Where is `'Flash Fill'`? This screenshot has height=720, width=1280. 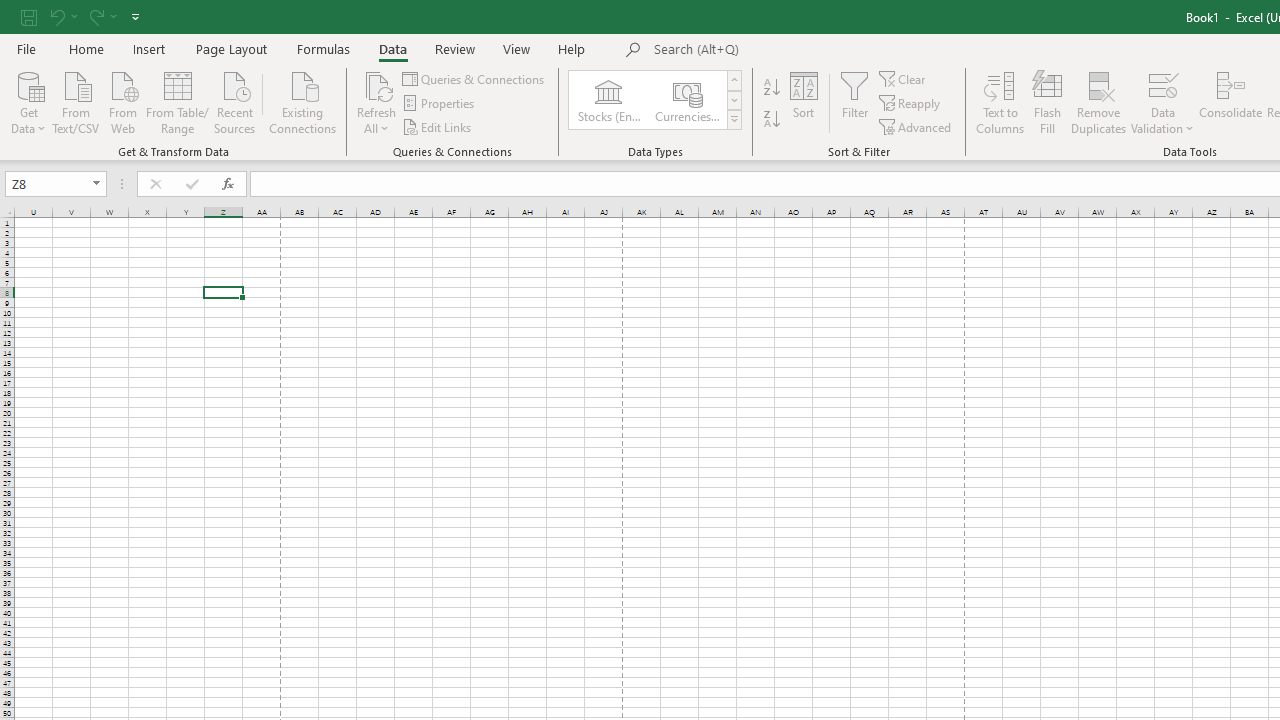 'Flash Fill' is located at coordinates (1046, 103).